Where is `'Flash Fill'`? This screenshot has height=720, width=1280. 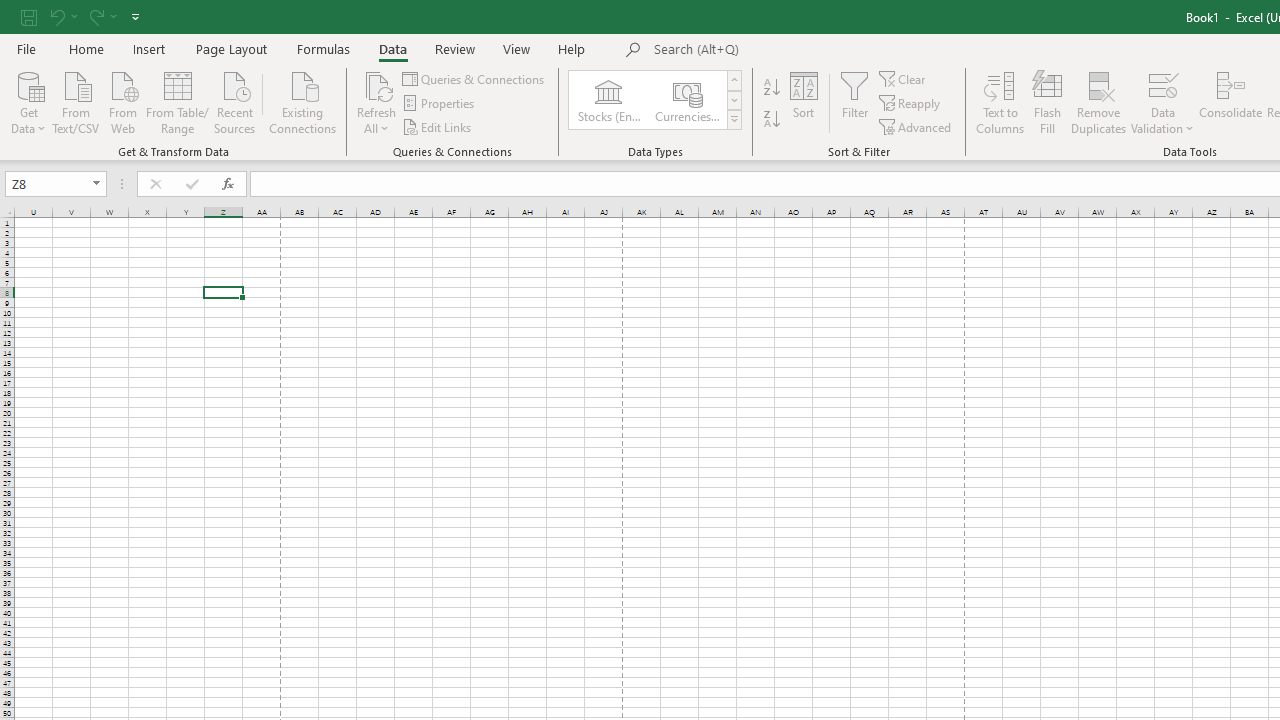 'Flash Fill' is located at coordinates (1046, 103).